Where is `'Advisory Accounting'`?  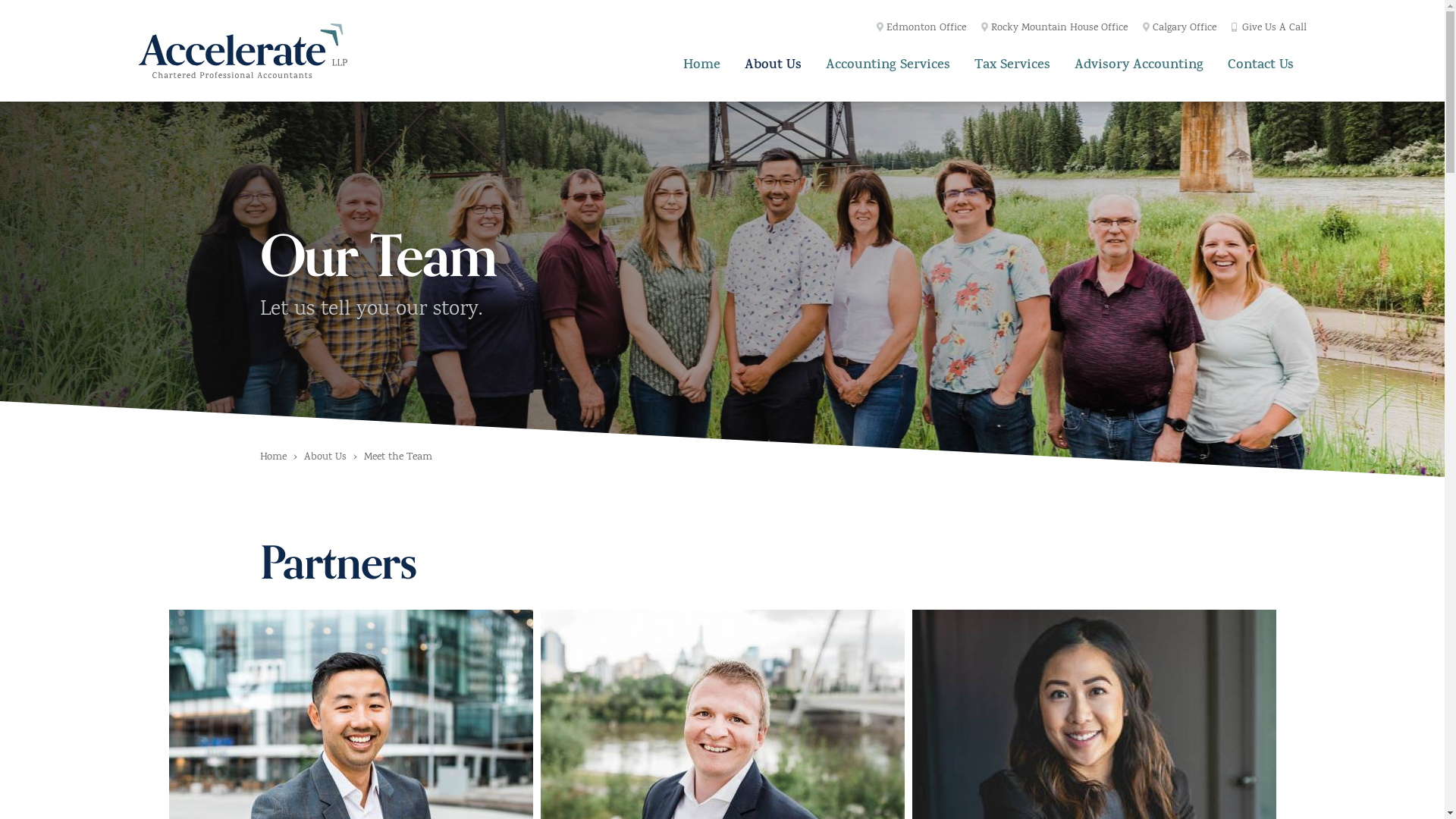 'Advisory Accounting' is located at coordinates (1139, 63).